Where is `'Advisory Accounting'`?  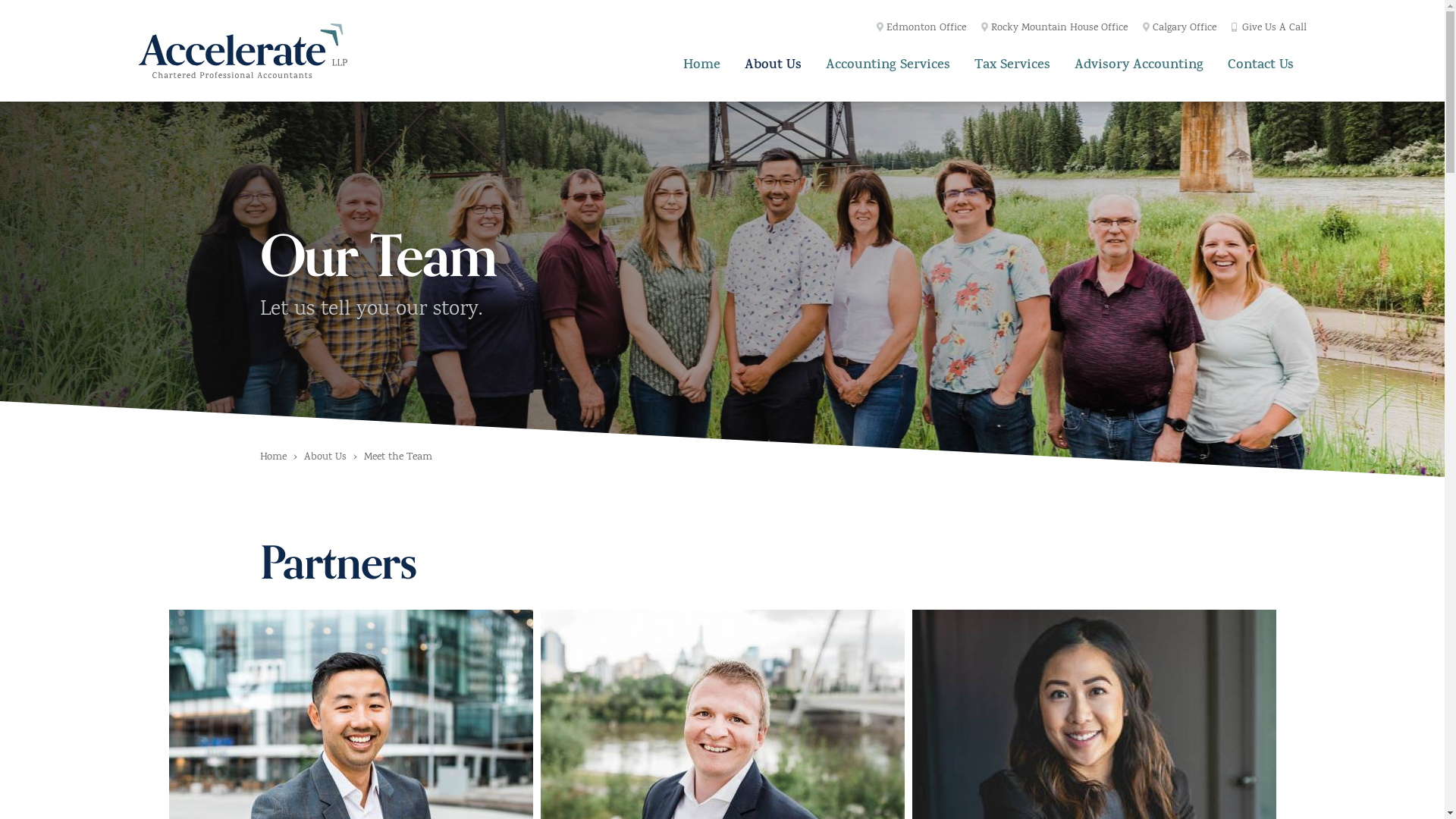 'Advisory Accounting' is located at coordinates (1139, 63).